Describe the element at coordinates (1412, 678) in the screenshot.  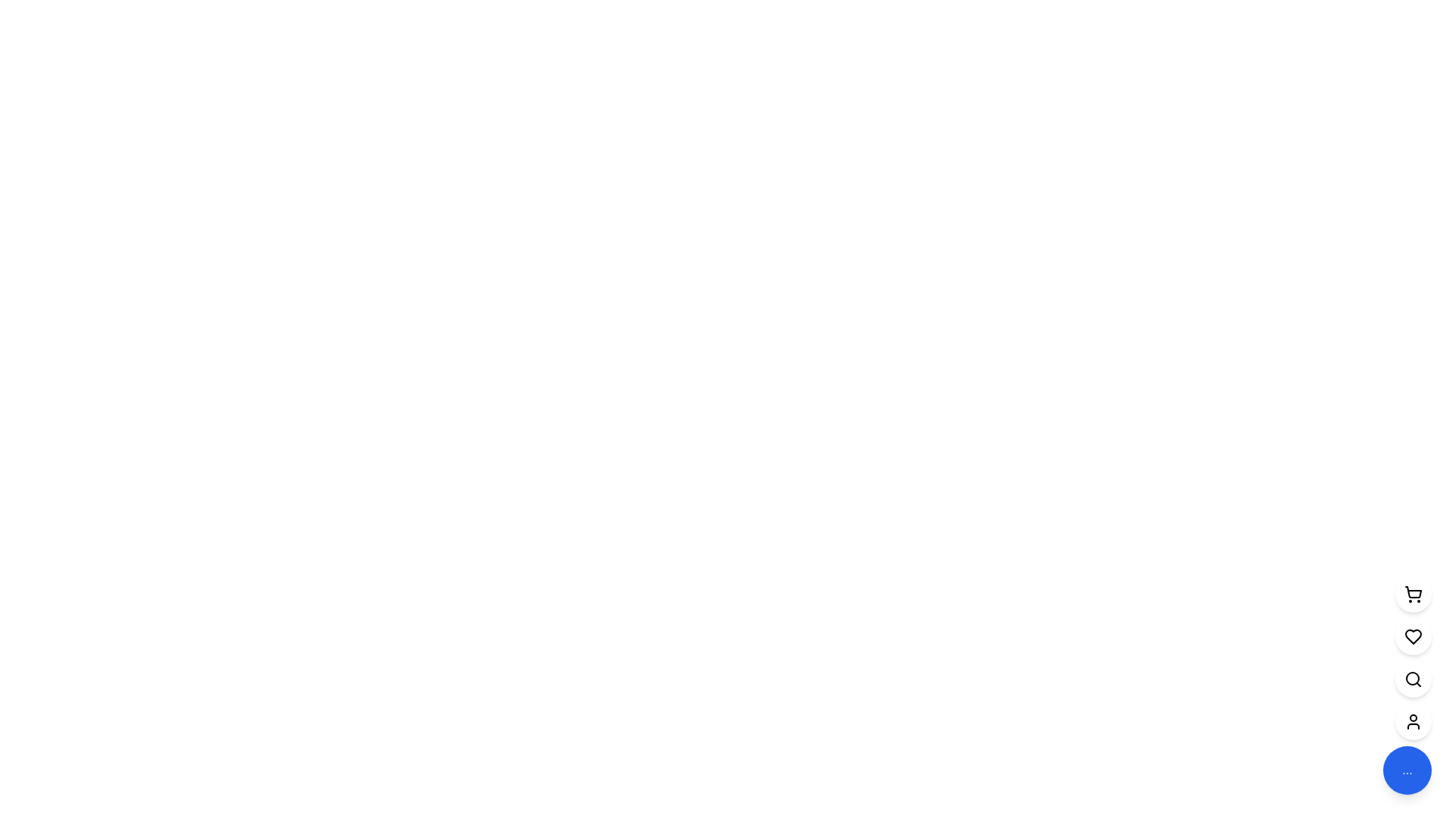
I see `the search icon located in the vertical toolbar near the right edge of the interface to initiate a search` at that location.